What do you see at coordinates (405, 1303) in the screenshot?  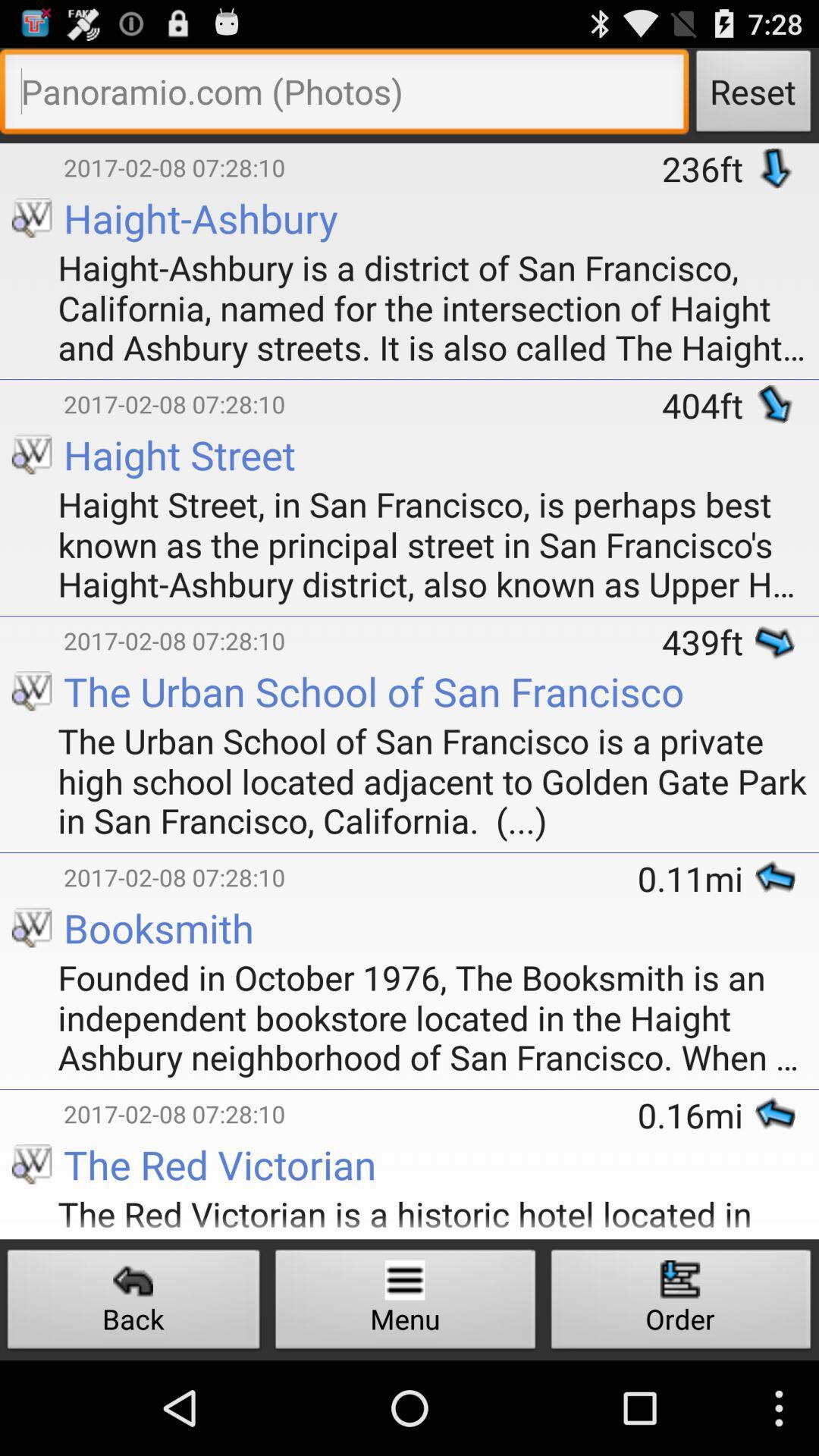 I see `app below the the red victorian app` at bounding box center [405, 1303].